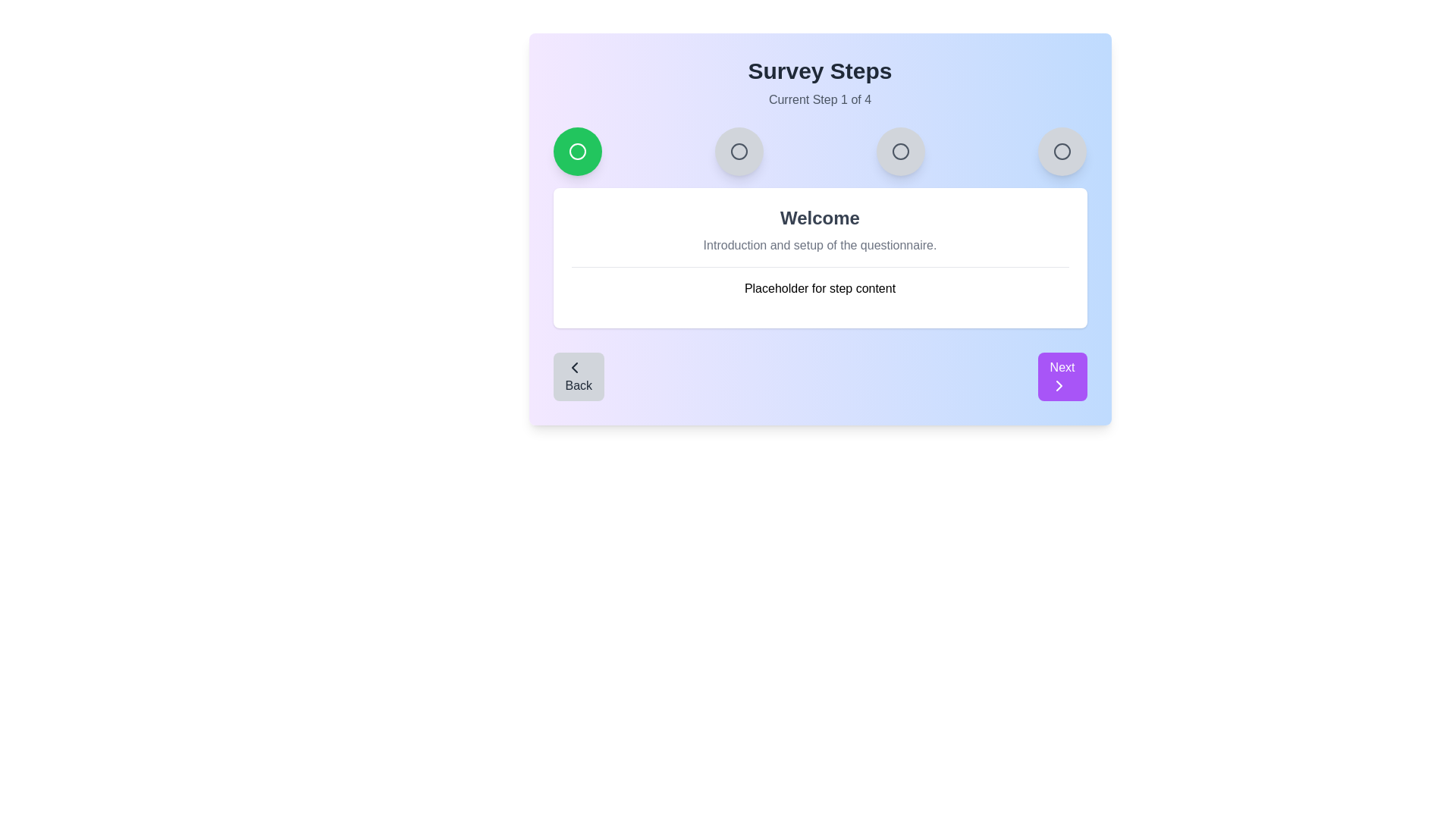 The height and width of the screenshot is (819, 1456). What do you see at coordinates (576, 152) in the screenshot?
I see `the SVG Circle Element, which is the center of a green circle representing the first step indicator in a multi-step process` at bounding box center [576, 152].